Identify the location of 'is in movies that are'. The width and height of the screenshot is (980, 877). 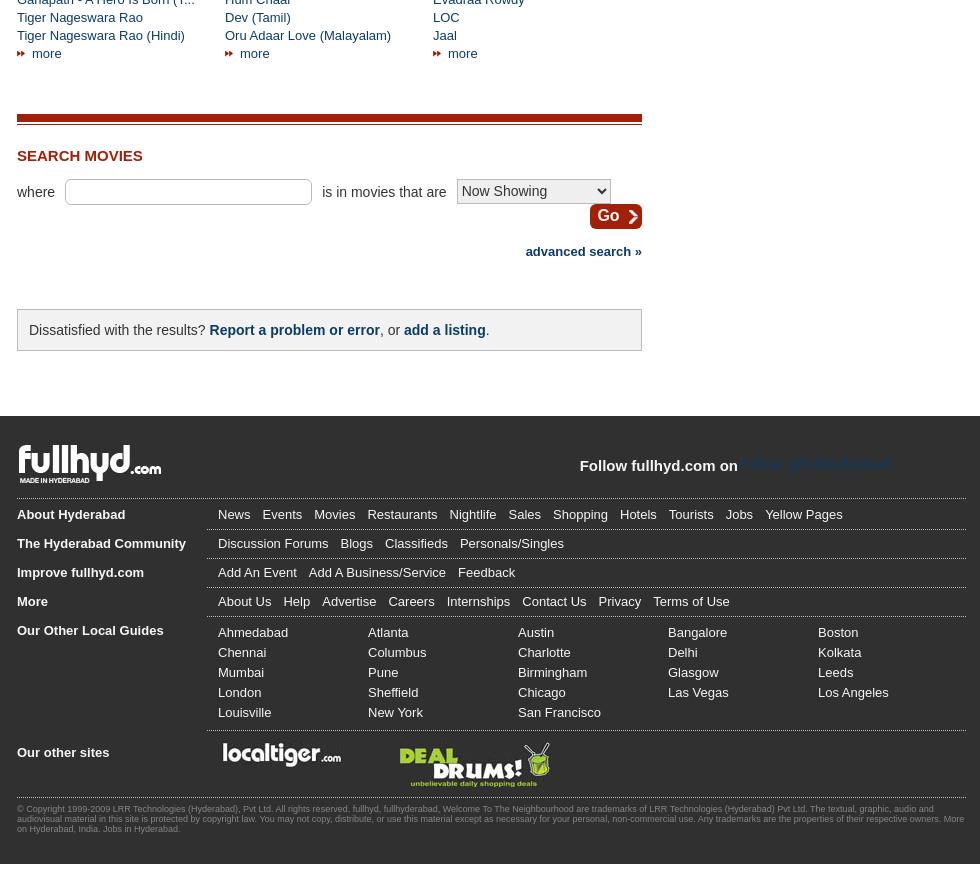
(383, 191).